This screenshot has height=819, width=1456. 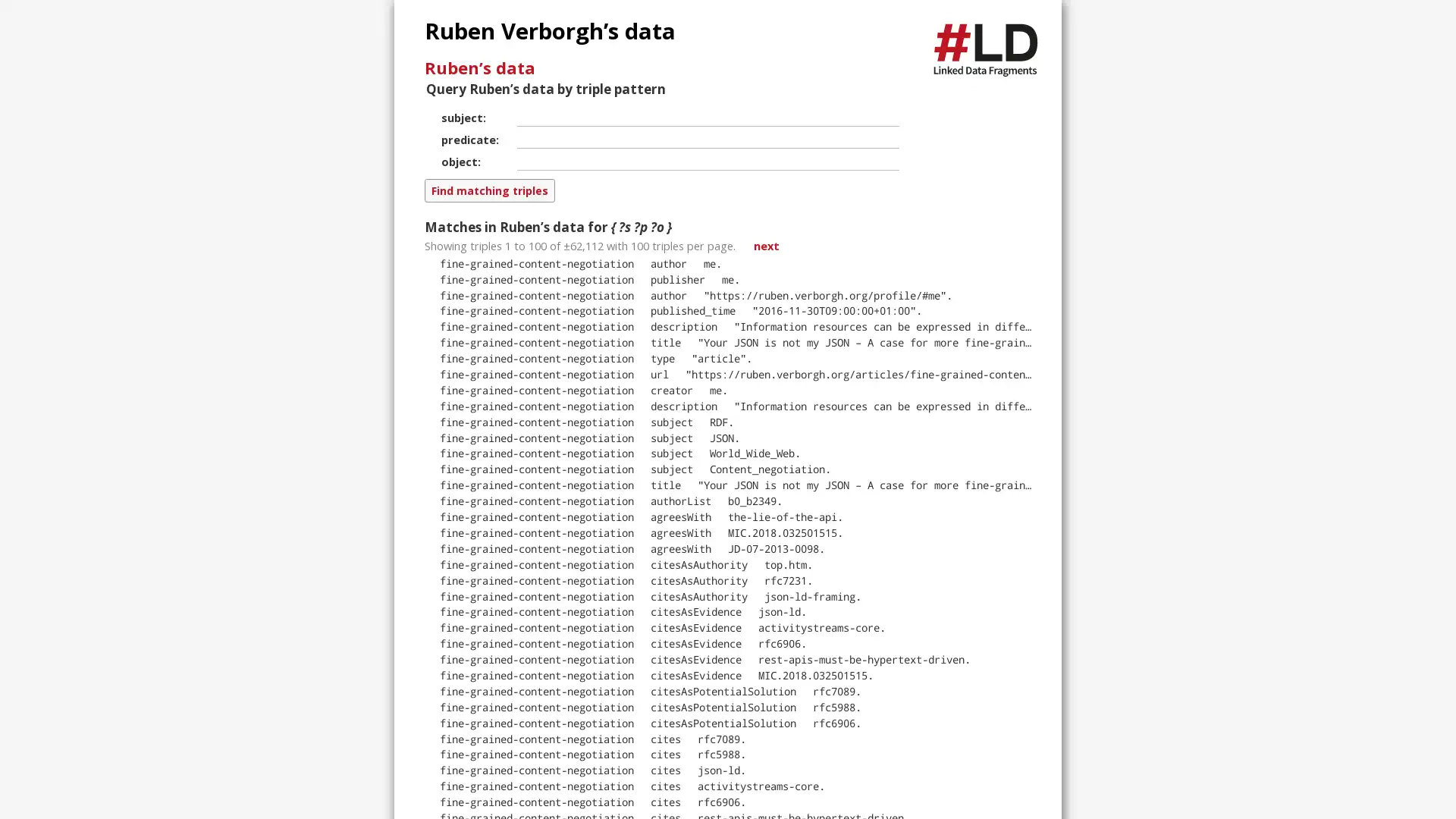 What do you see at coordinates (490, 189) in the screenshot?
I see `Find matching triples` at bounding box center [490, 189].